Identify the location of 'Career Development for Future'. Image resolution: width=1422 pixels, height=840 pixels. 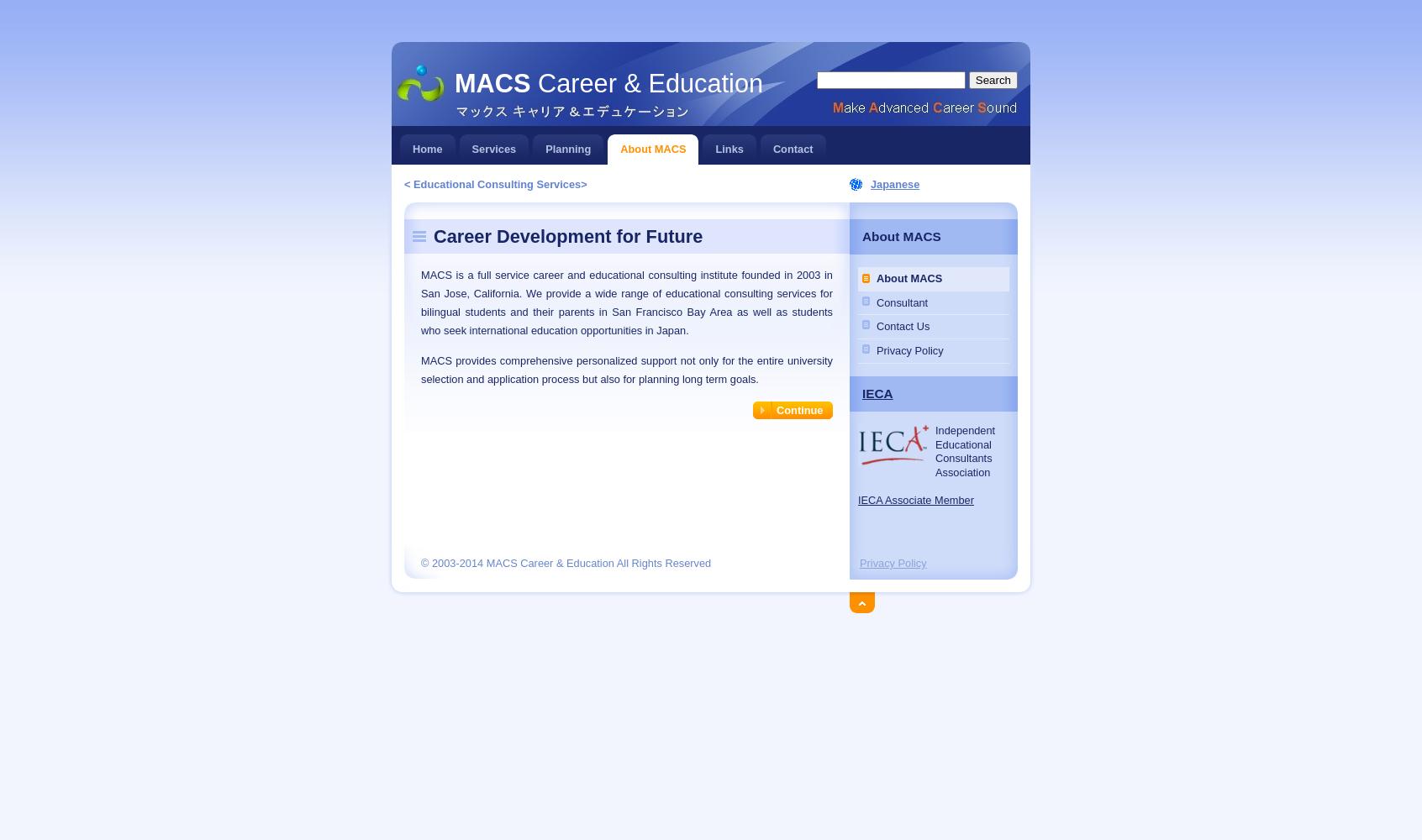
(567, 235).